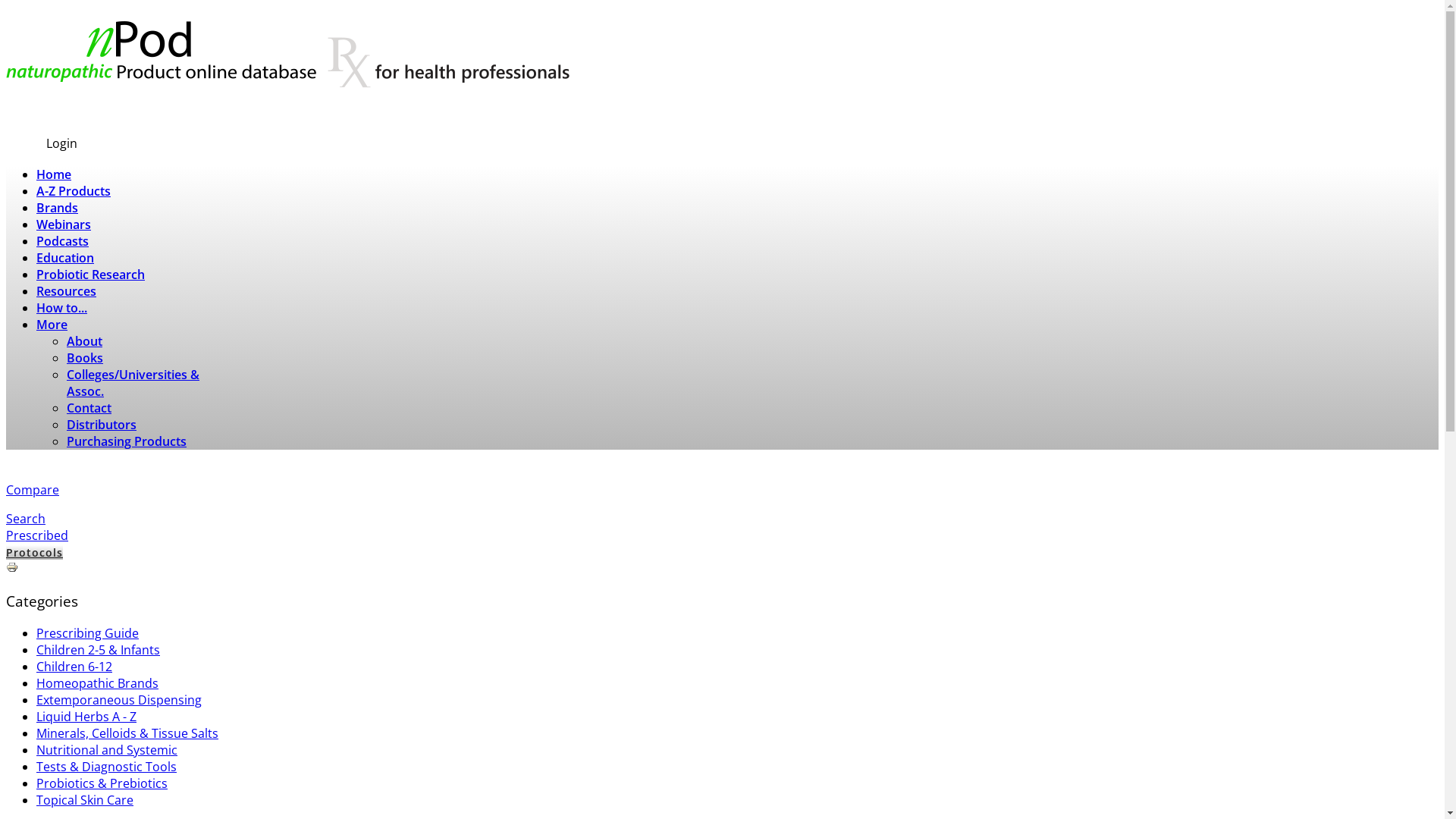 The height and width of the screenshot is (819, 1456). Describe the element at coordinates (83, 357) in the screenshot. I see `'Books'` at that location.